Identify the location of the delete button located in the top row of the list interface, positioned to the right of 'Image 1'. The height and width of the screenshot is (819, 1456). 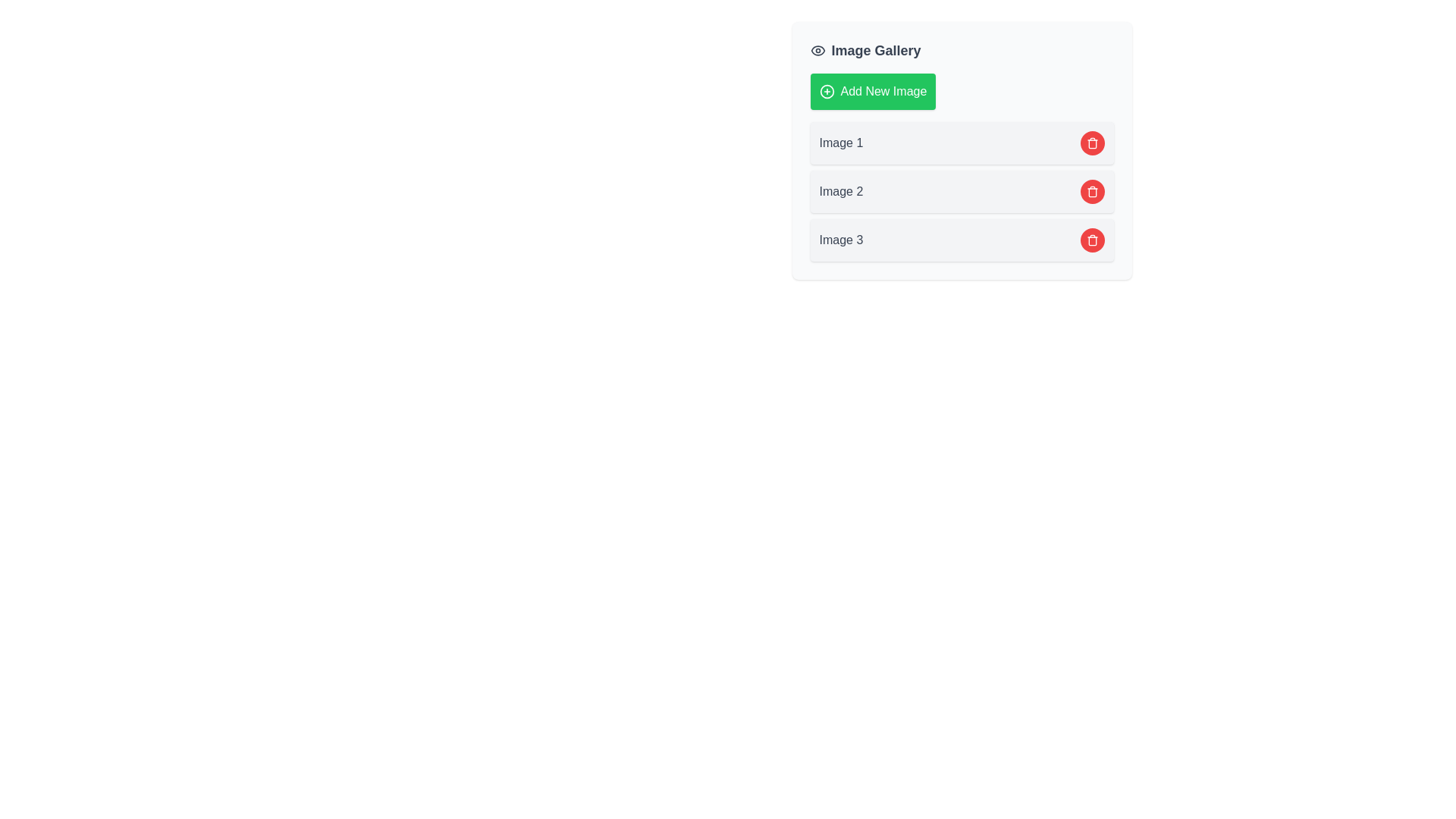
(1092, 143).